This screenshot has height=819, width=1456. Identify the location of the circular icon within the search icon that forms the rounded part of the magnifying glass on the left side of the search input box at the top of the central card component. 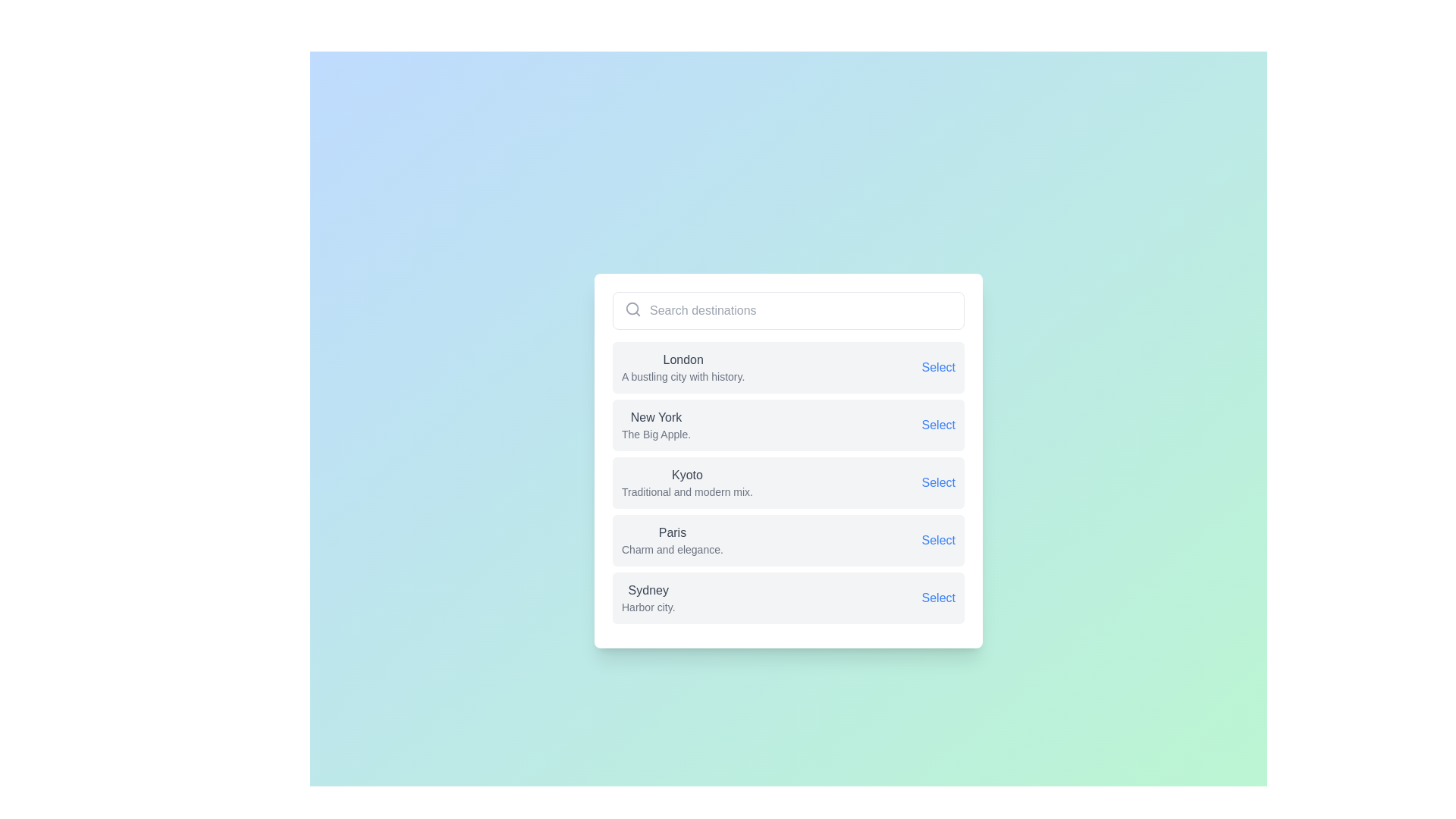
(632, 308).